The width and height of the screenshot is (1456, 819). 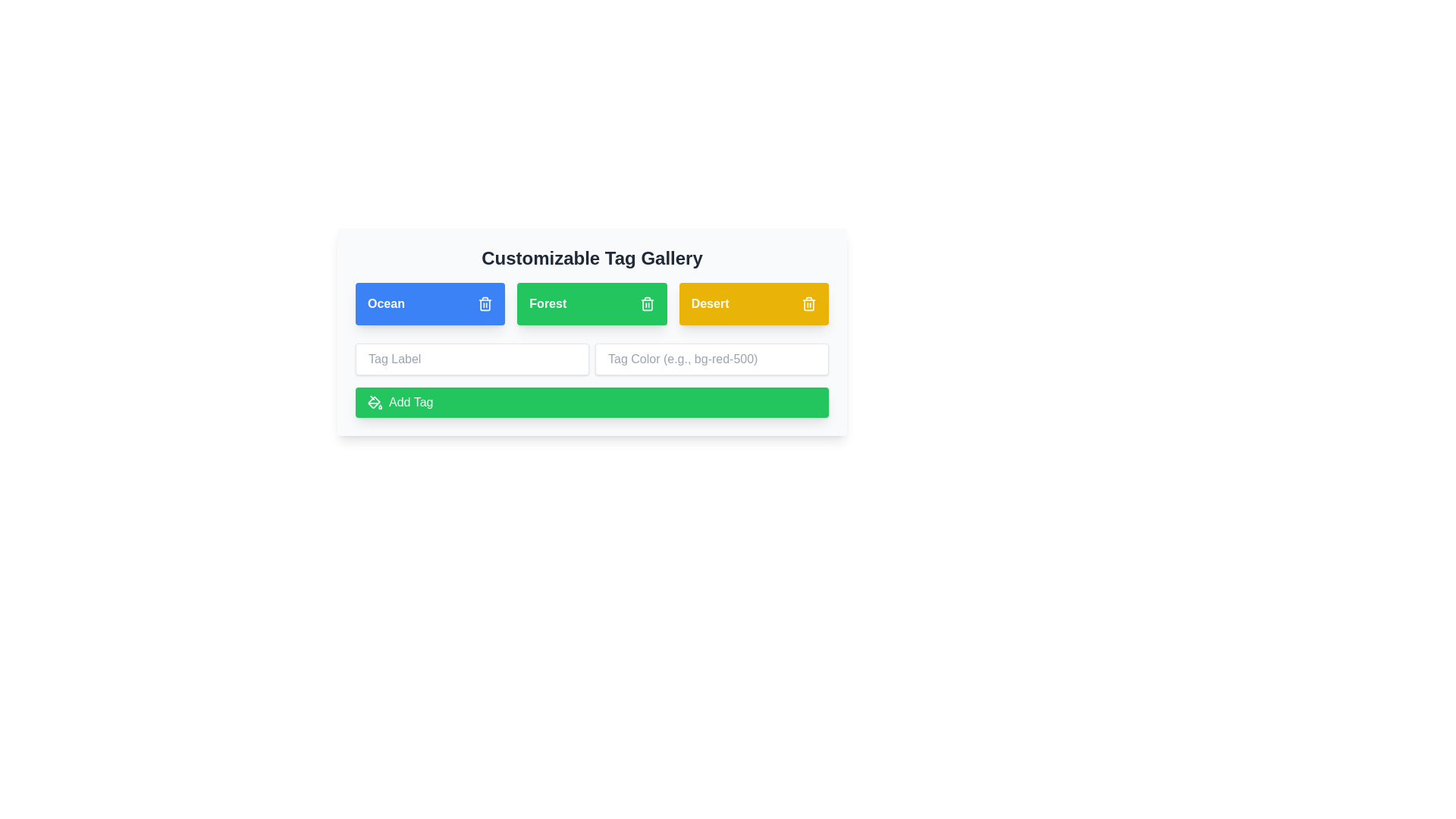 I want to click on the delete icon of the chip labeled Forest, so click(x=647, y=304).